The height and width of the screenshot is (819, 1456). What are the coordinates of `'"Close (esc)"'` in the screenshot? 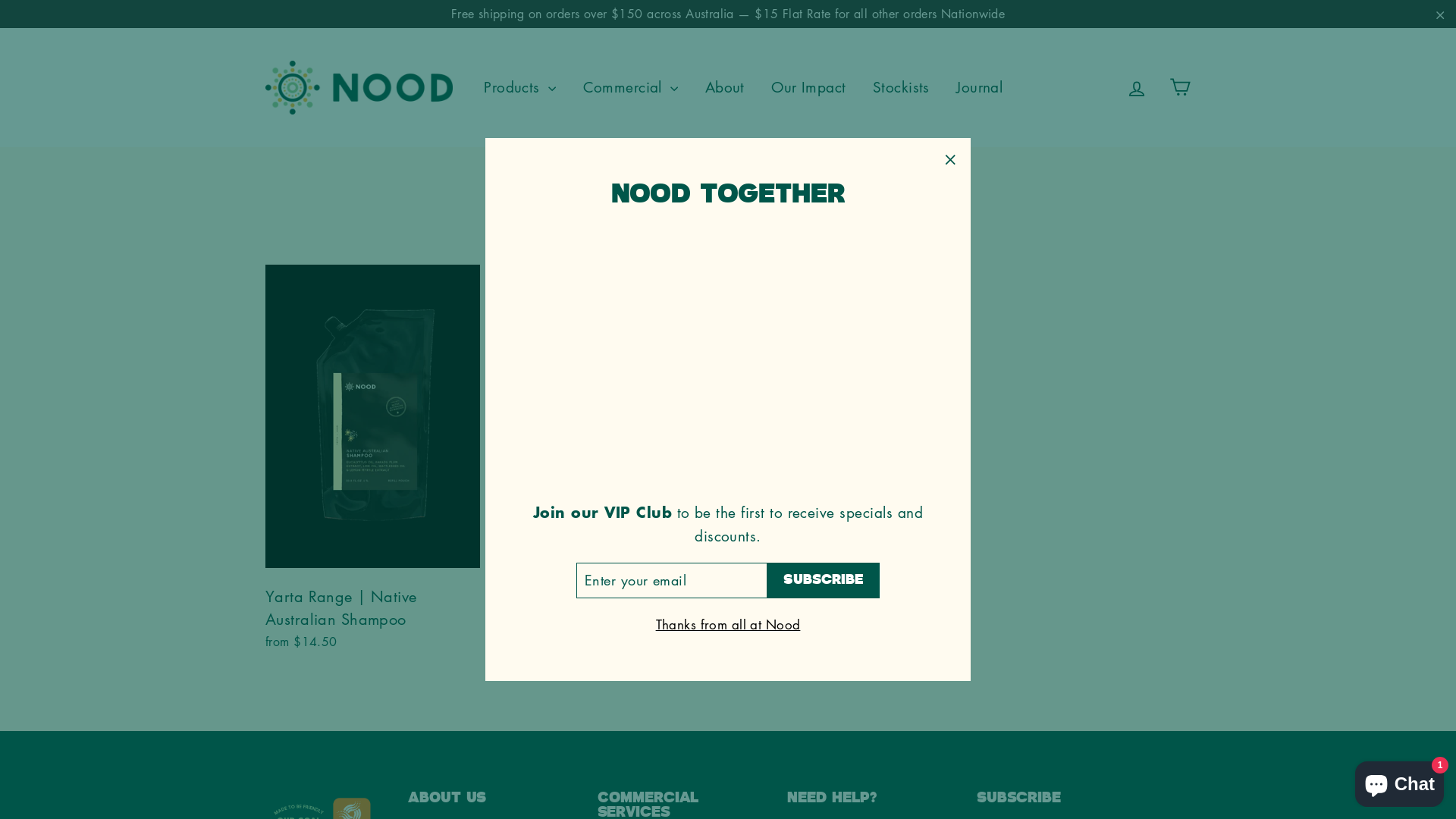 It's located at (949, 158).